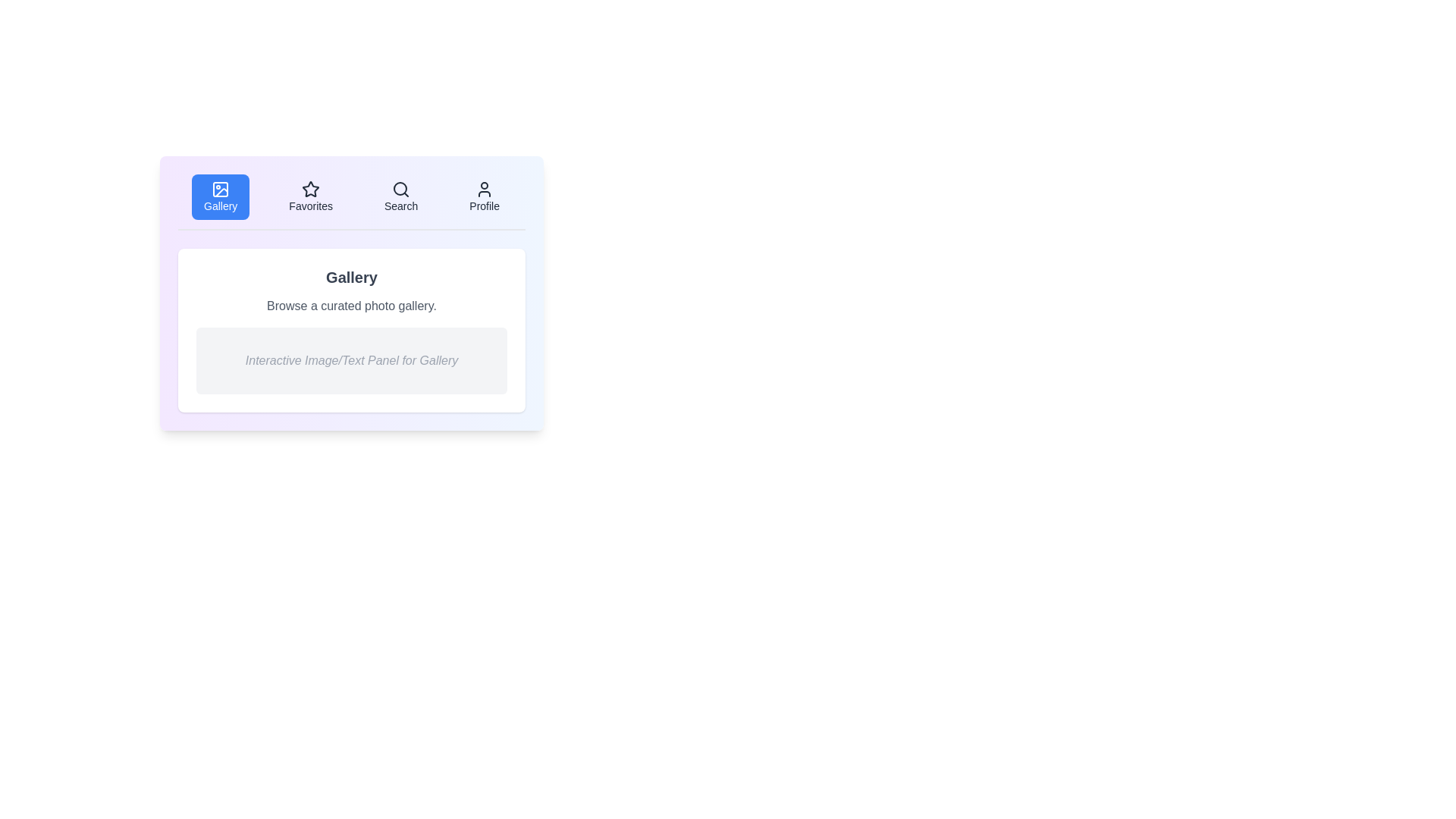 Image resolution: width=1456 pixels, height=819 pixels. Describe the element at coordinates (483, 196) in the screenshot. I see `the Profile tab` at that location.